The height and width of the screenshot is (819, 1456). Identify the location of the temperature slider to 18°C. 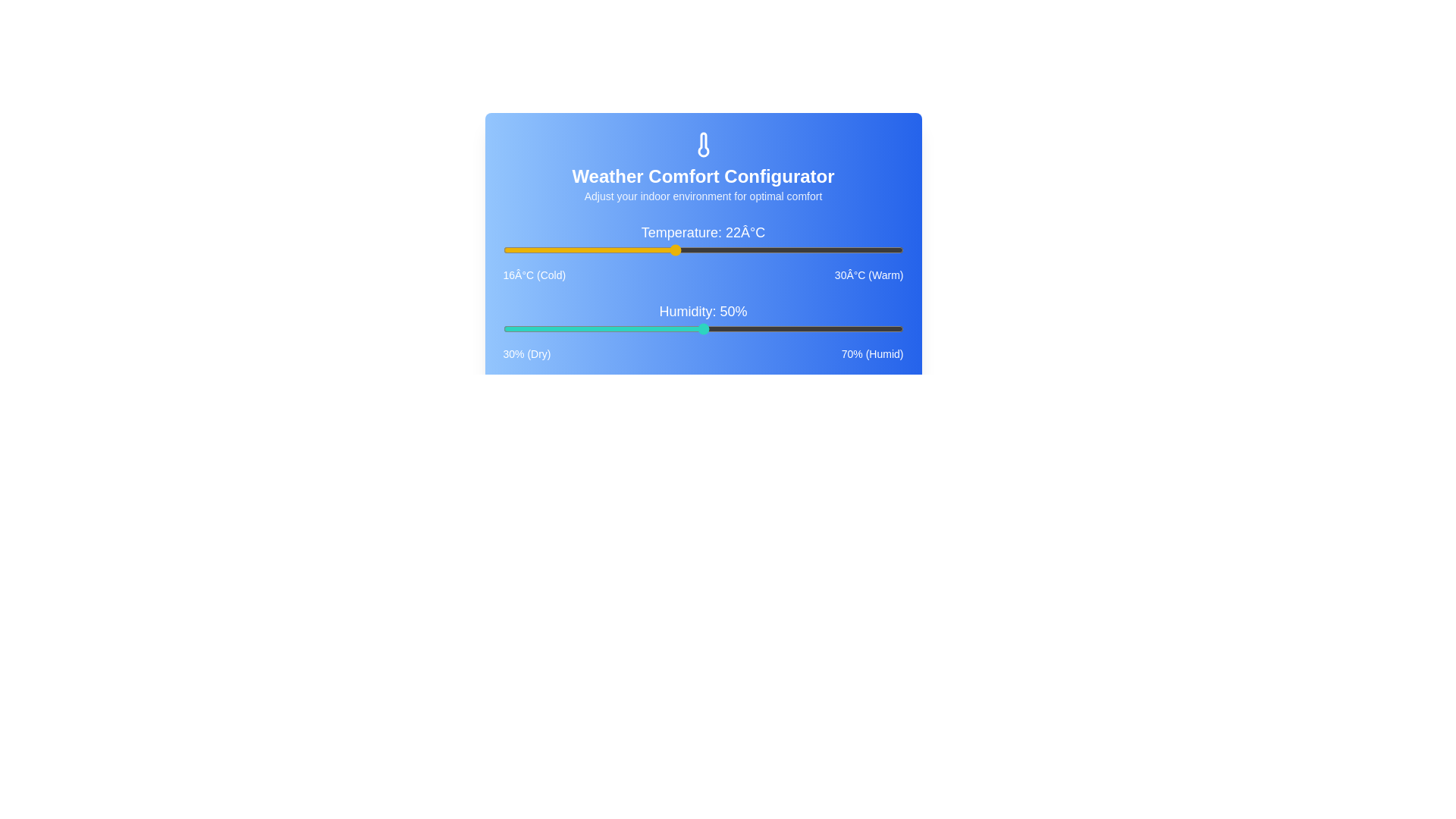
(560, 249).